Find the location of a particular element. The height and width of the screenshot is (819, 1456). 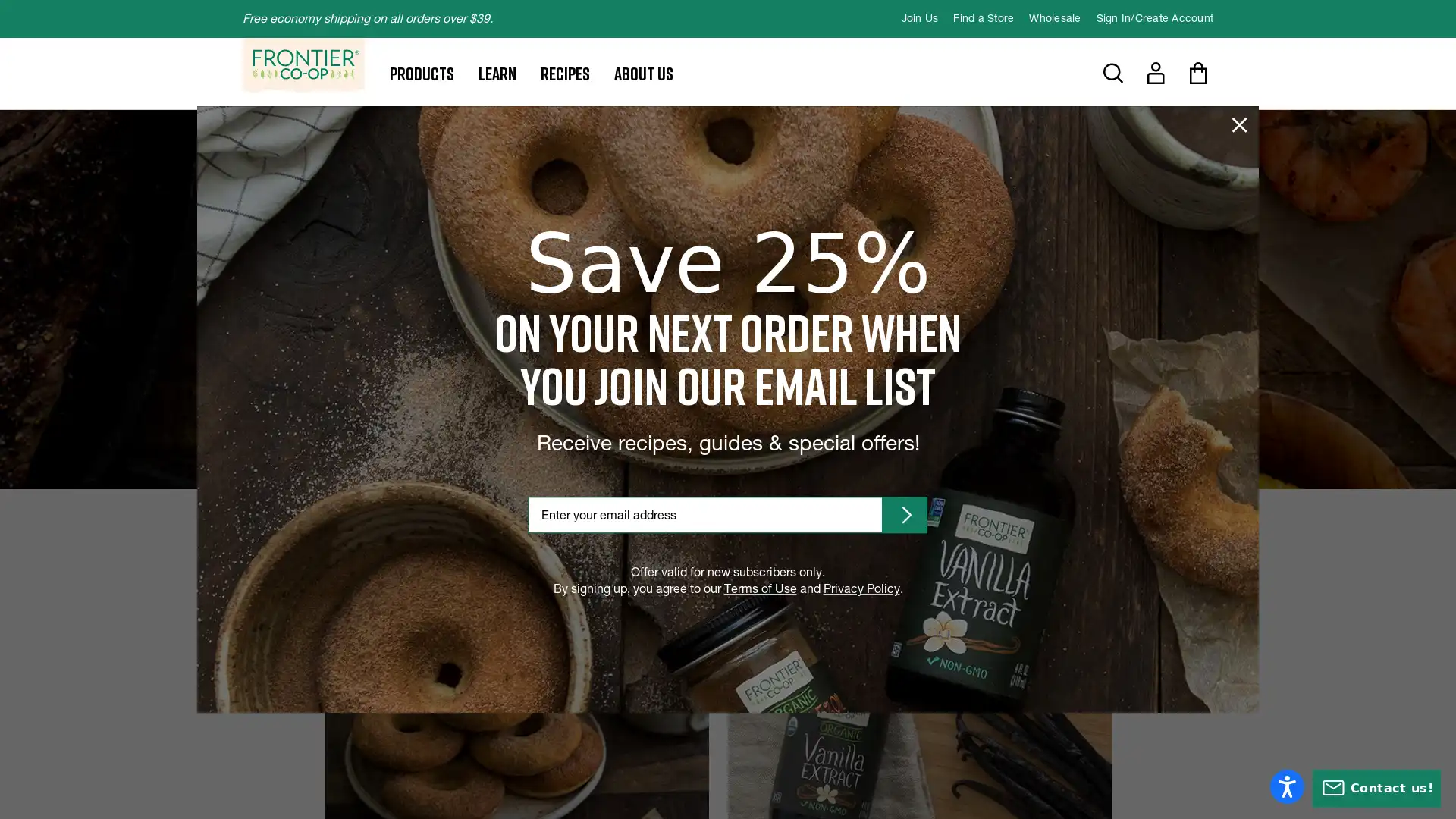

My Cart is located at coordinates (1197, 73).